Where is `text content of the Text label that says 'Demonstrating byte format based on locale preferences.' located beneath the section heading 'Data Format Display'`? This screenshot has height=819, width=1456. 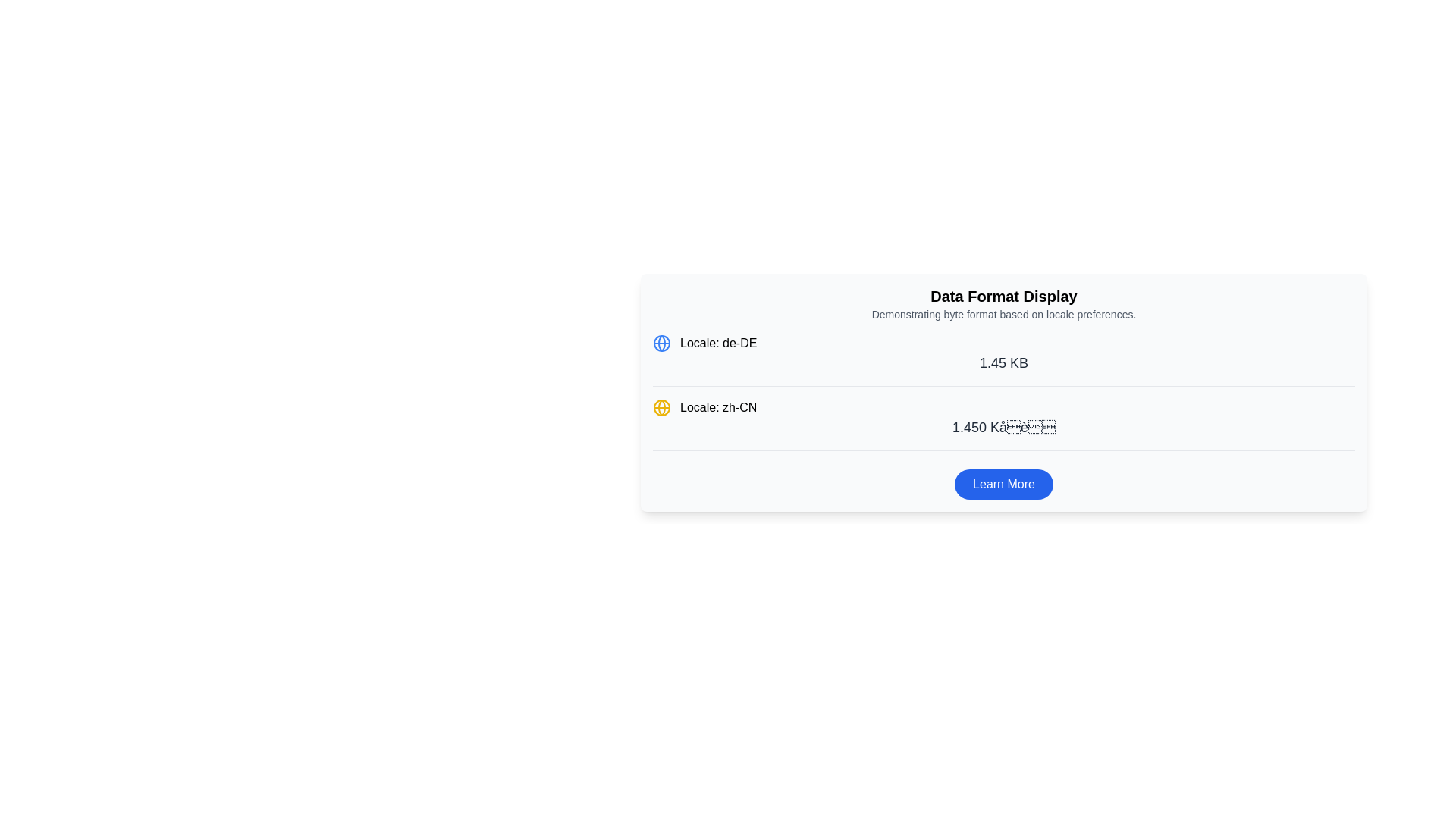
text content of the Text label that says 'Demonstrating byte format based on locale preferences.' located beneath the section heading 'Data Format Display' is located at coordinates (1004, 314).